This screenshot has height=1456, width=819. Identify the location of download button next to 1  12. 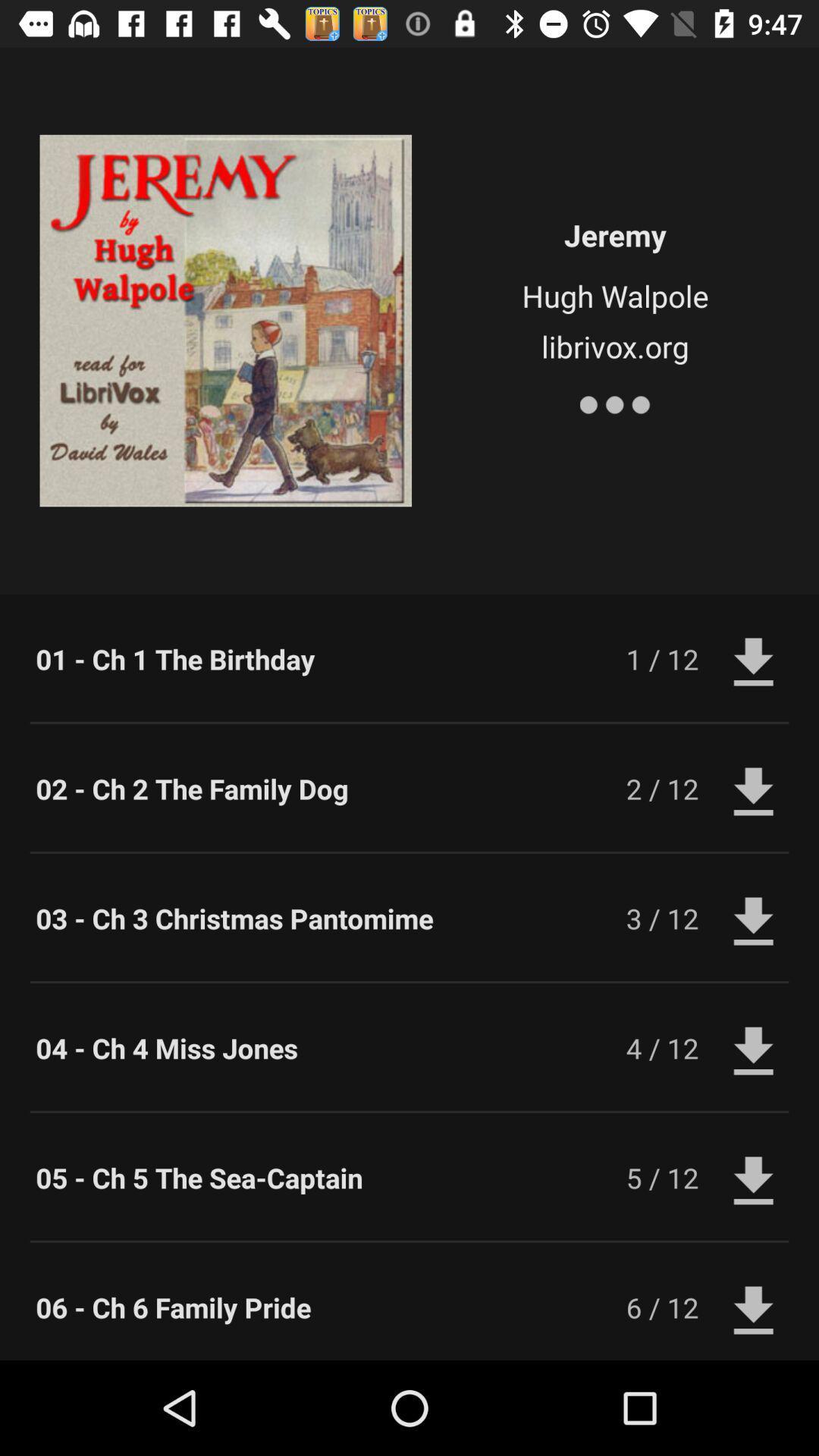
(754, 658).